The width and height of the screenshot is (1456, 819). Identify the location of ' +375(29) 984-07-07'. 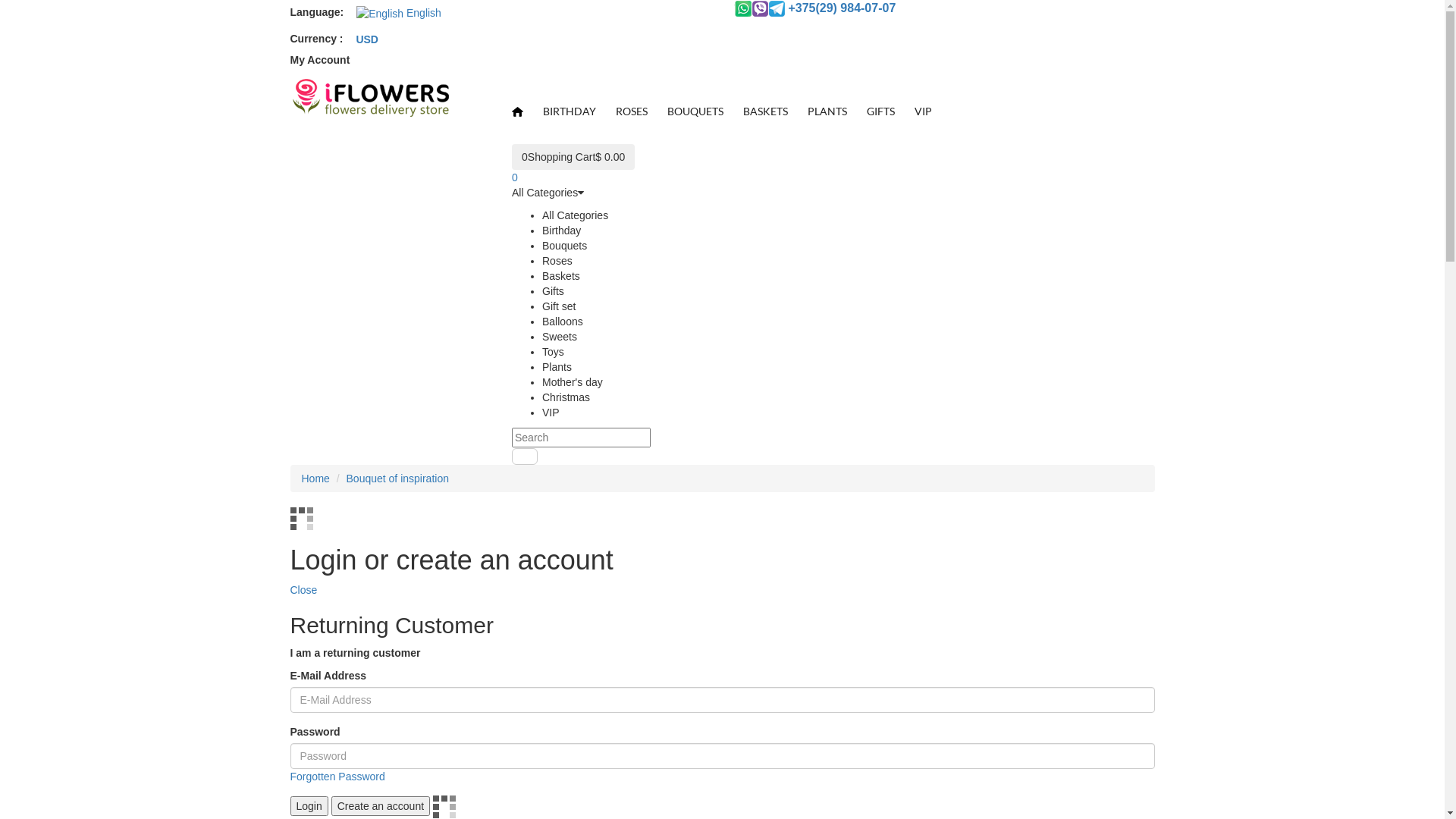
(814, 8).